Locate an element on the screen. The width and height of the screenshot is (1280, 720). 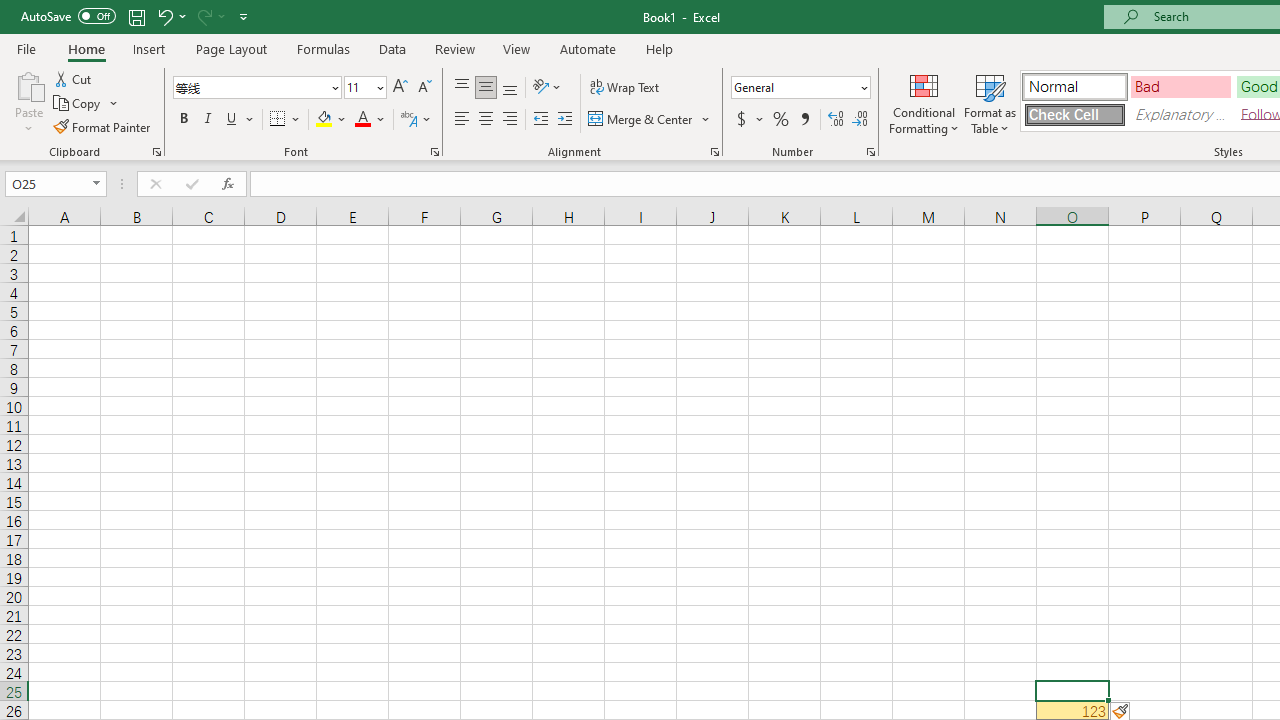
'Paste' is located at coordinates (28, 103).